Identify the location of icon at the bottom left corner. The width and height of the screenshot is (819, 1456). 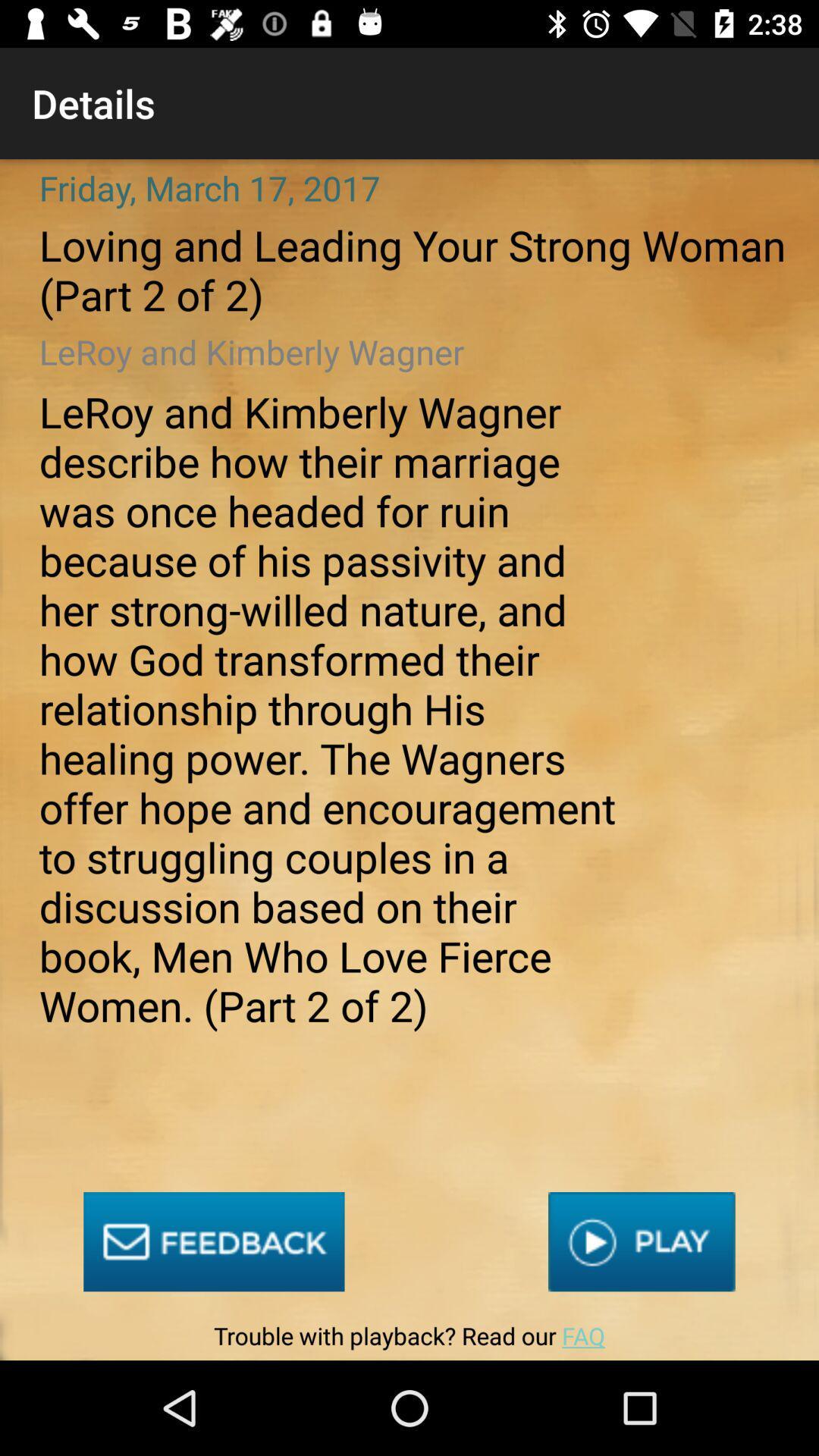
(214, 1241).